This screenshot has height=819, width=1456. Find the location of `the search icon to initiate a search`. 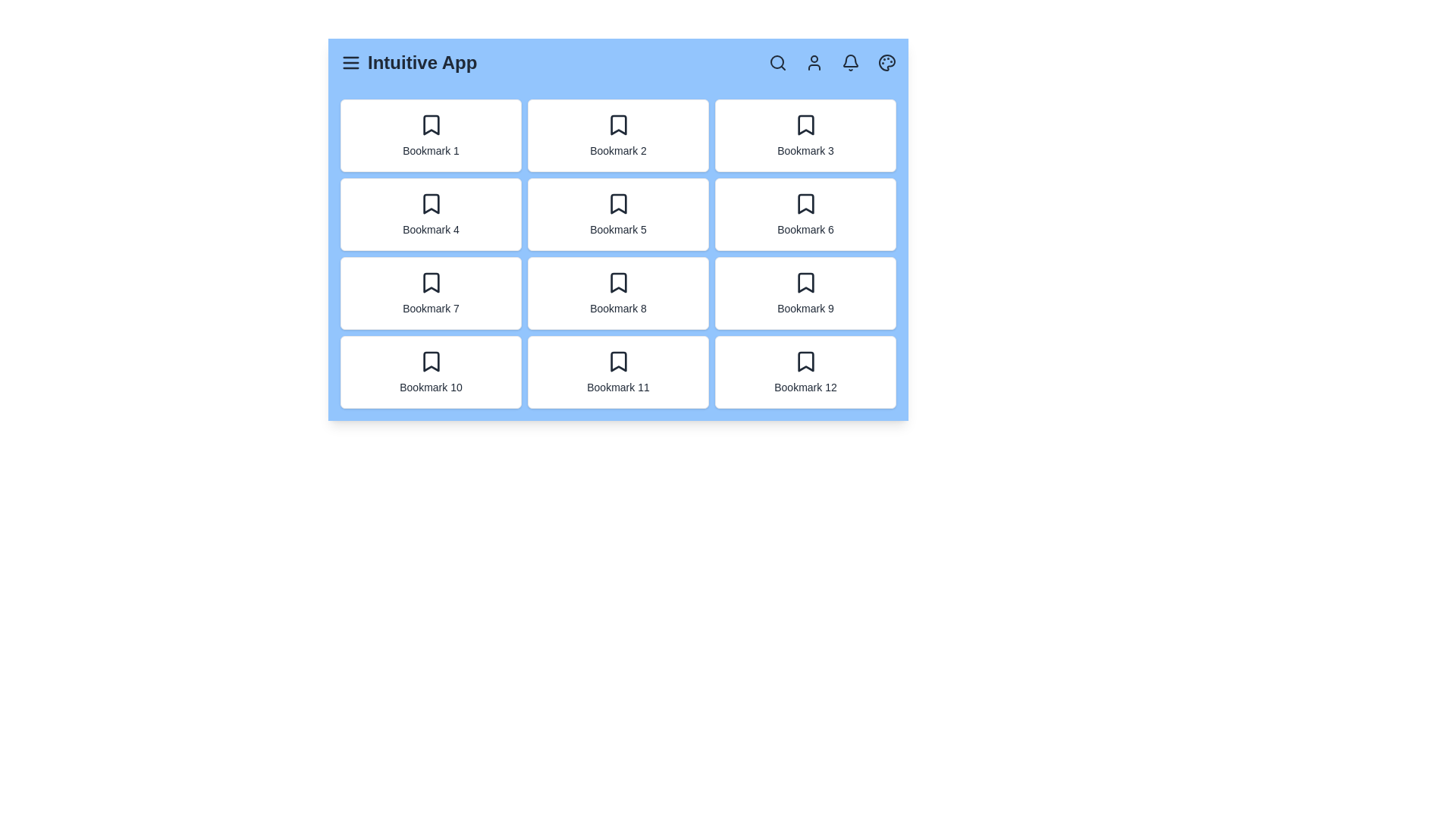

the search icon to initiate a search is located at coordinates (778, 62).